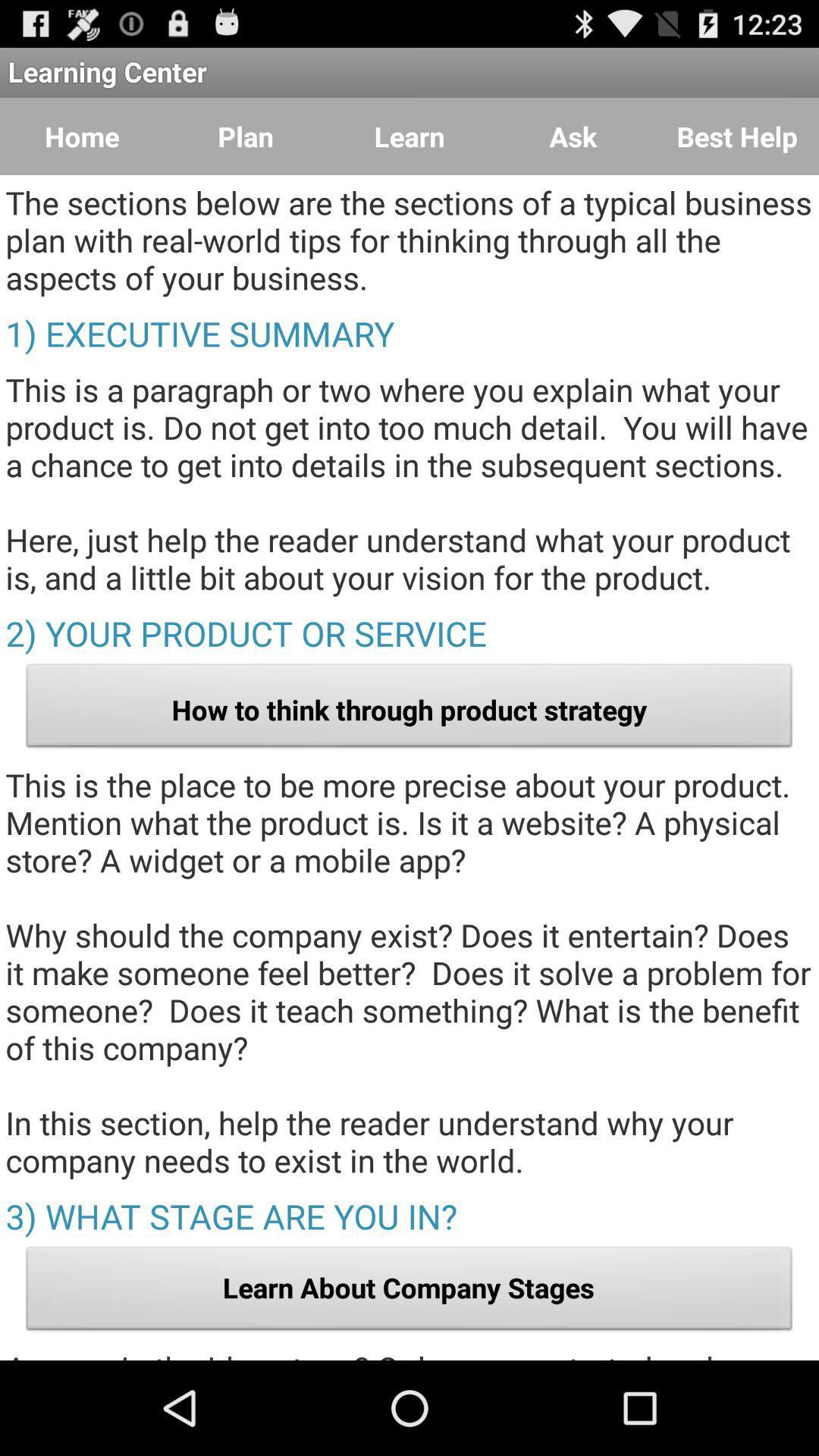 This screenshot has width=819, height=1456. Describe the element at coordinates (573, 136) in the screenshot. I see `ask item` at that location.